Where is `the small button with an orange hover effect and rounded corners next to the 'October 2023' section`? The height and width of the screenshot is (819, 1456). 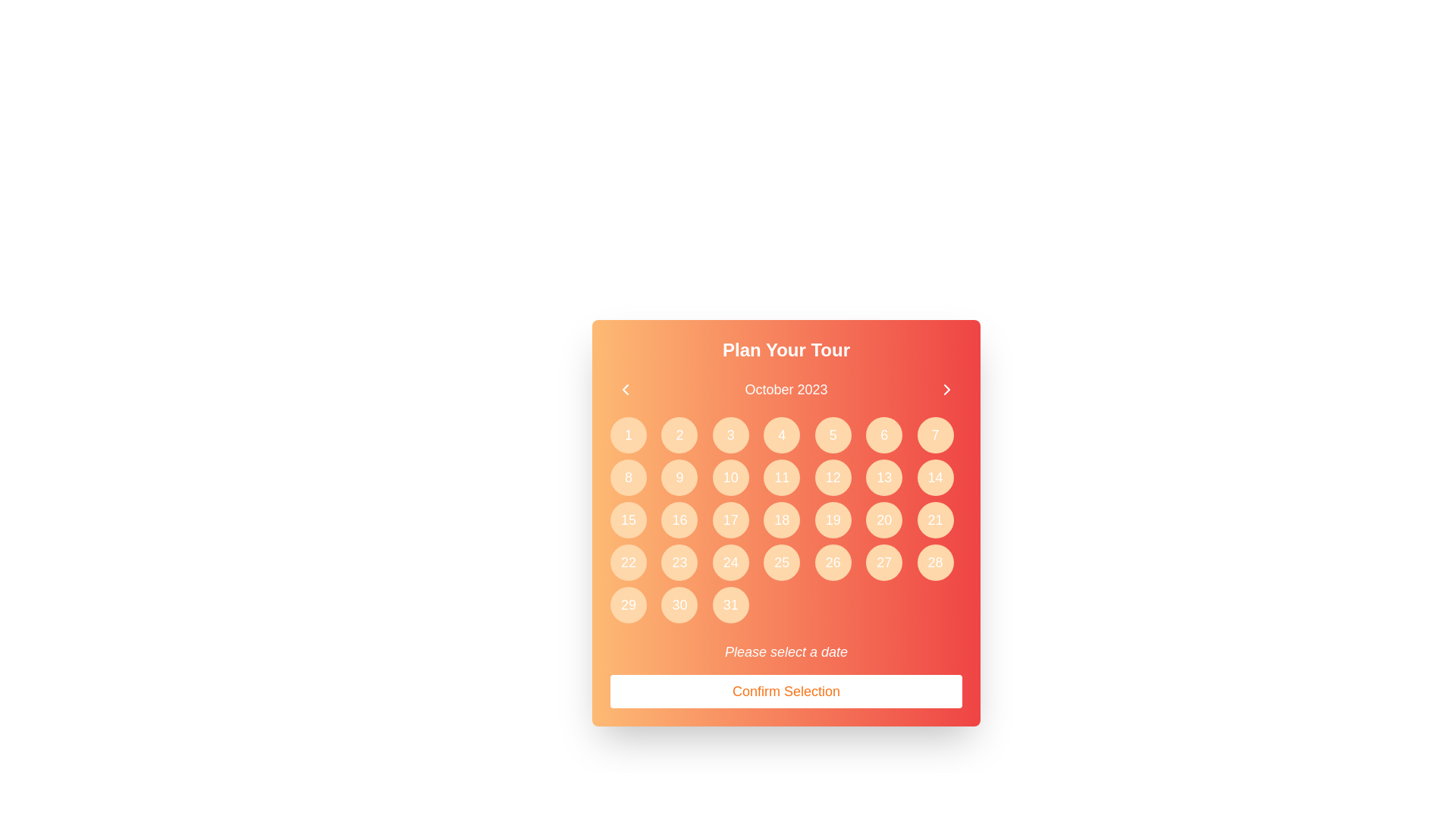 the small button with an orange hover effect and rounded corners next to the 'October 2023' section is located at coordinates (946, 388).